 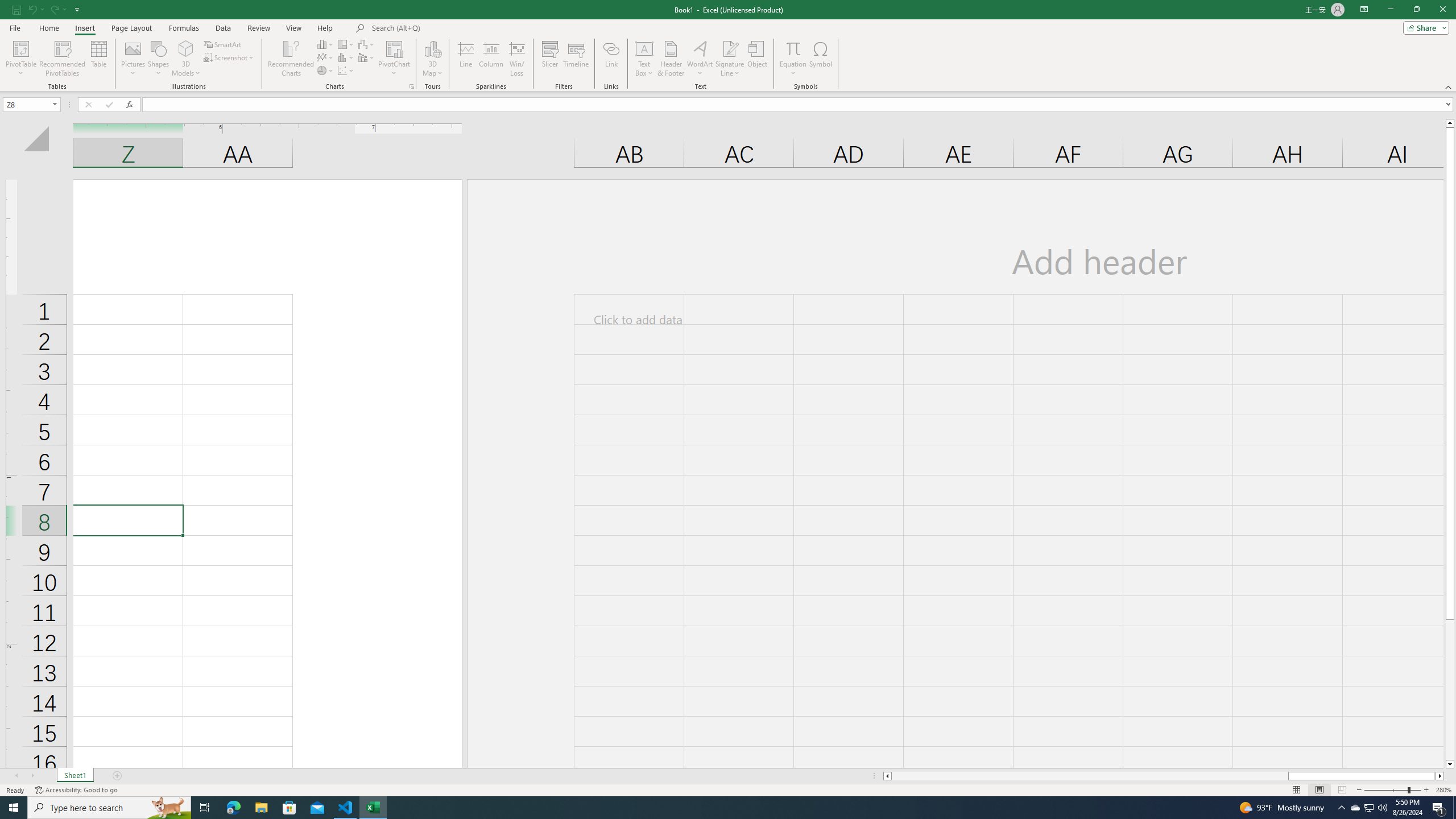 I want to click on 'Recommended Charts', so click(x=411, y=85).